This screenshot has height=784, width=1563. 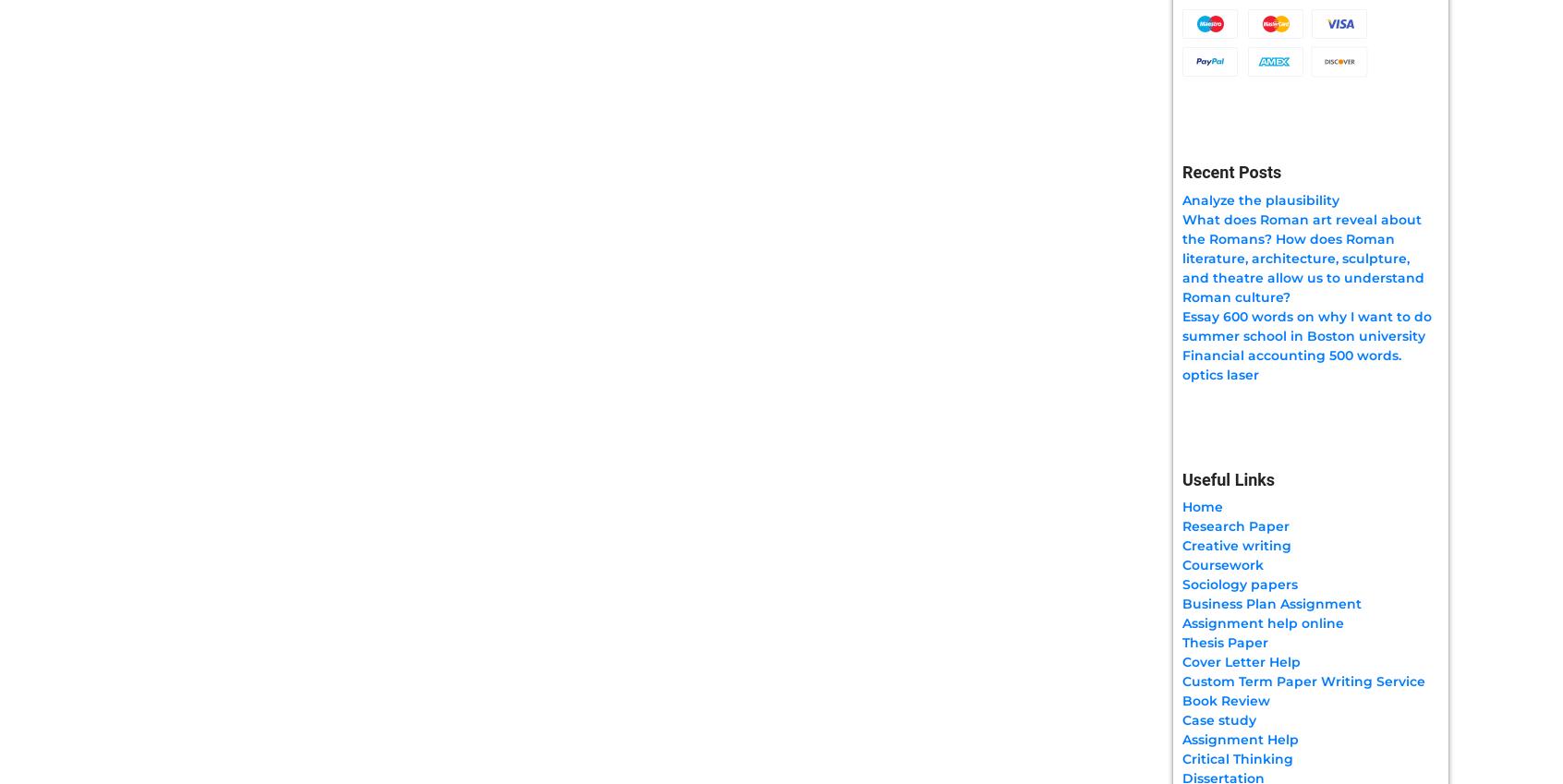 What do you see at coordinates (1291, 354) in the screenshot?
I see `'Financial accounting 500 words.'` at bounding box center [1291, 354].